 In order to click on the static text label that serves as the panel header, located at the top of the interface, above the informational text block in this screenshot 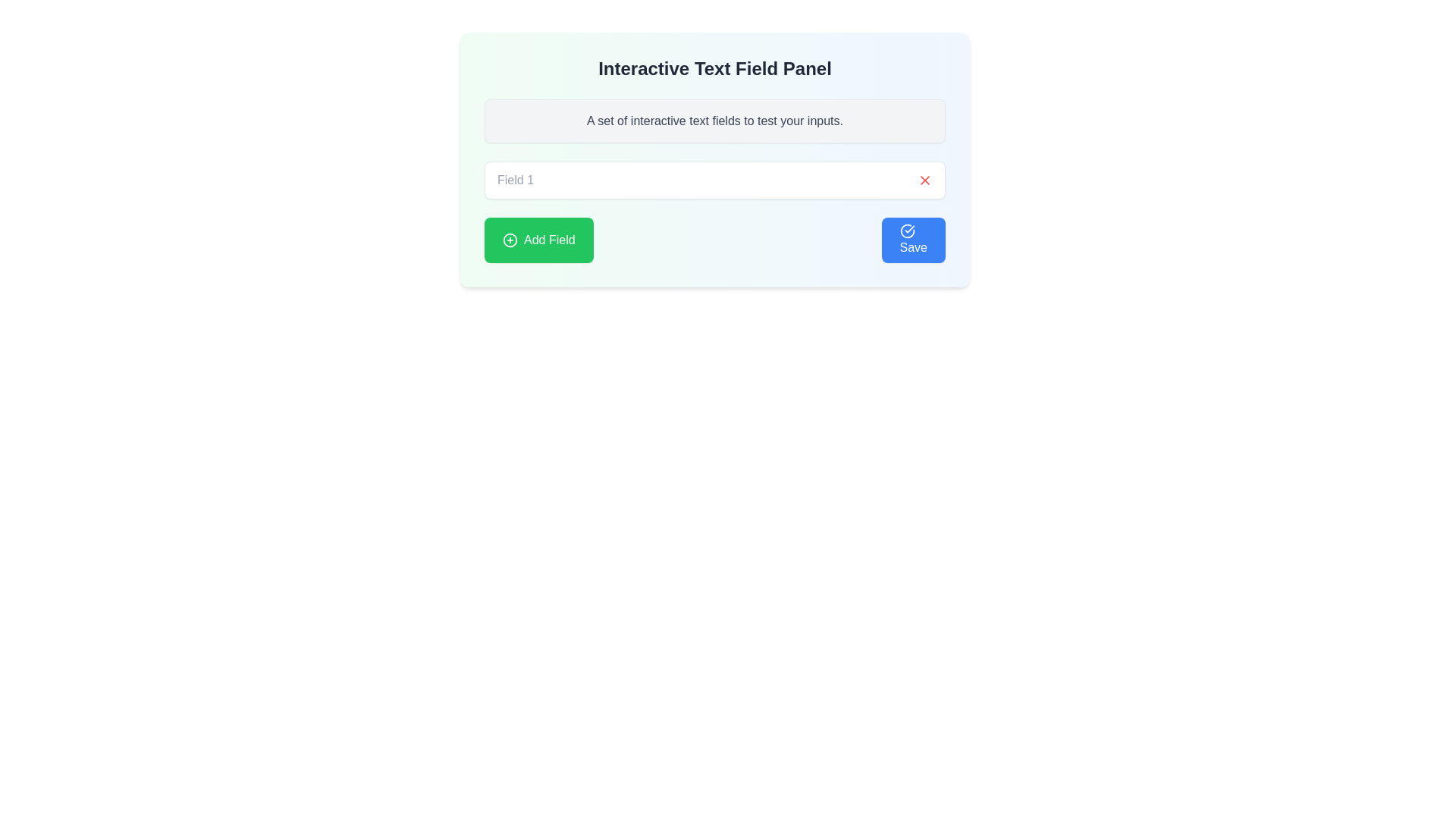, I will do `click(714, 69)`.